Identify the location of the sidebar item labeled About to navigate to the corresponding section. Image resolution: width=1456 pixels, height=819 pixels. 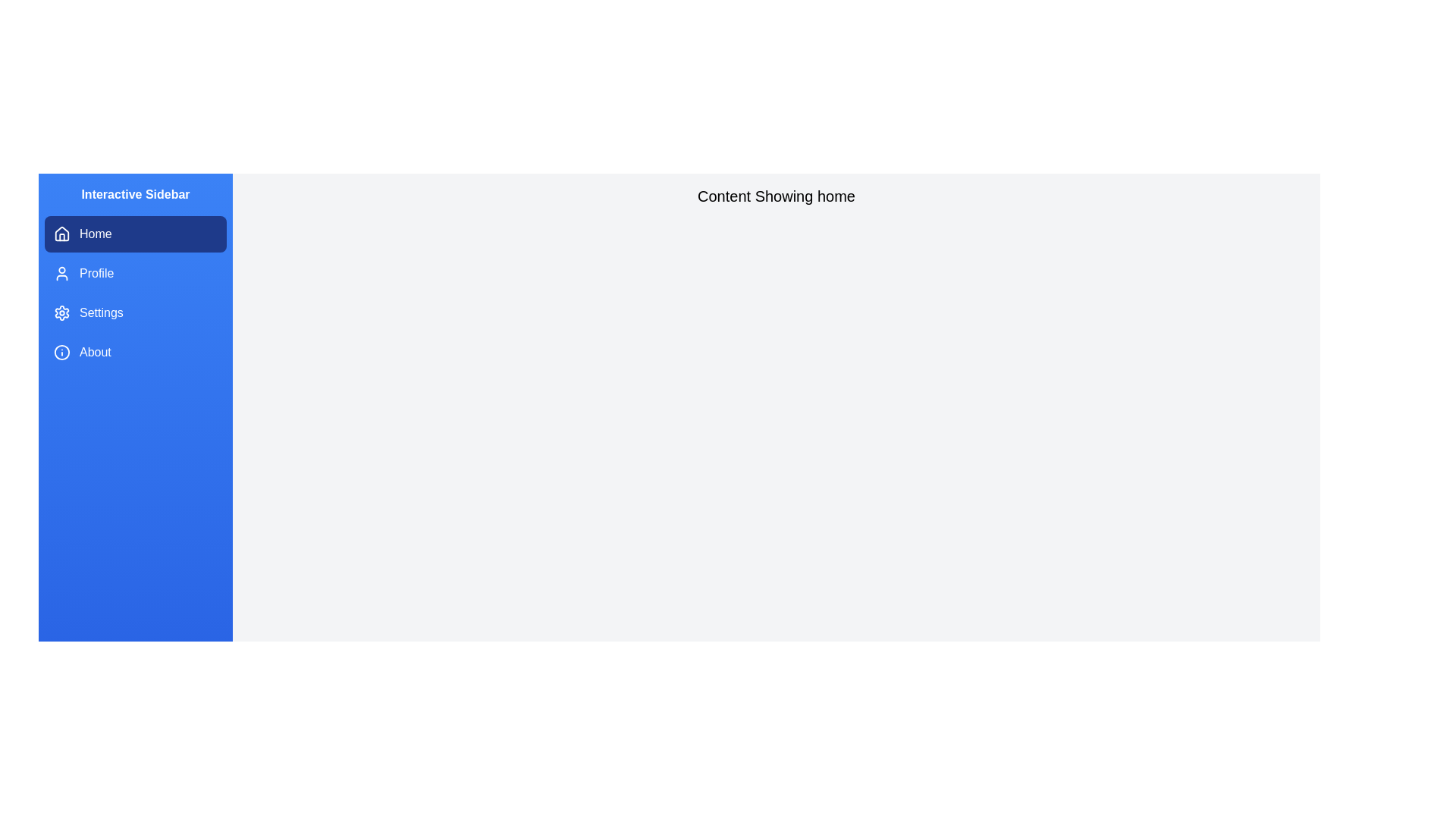
(135, 353).